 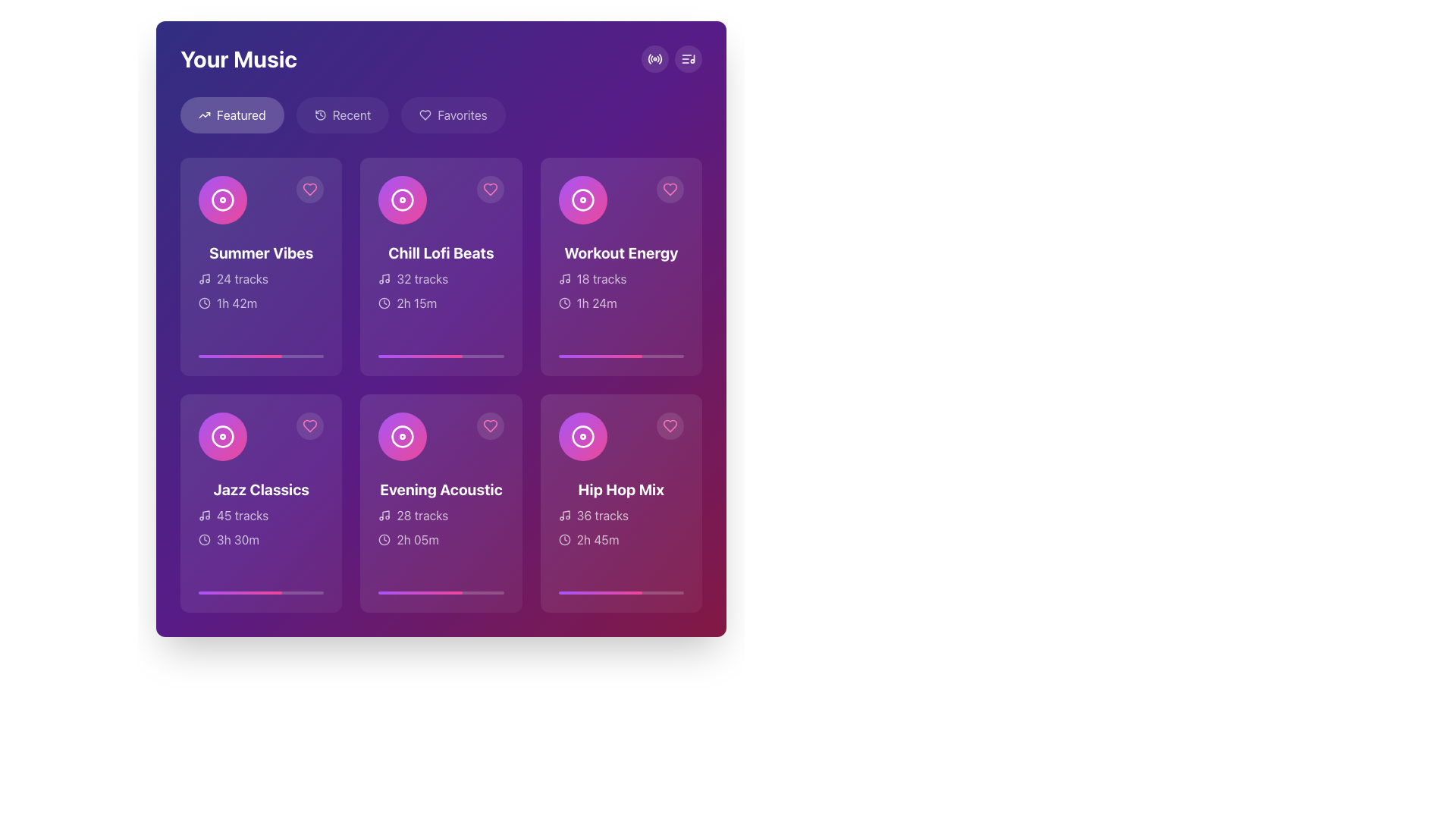 What do you see at coordinates (203, 539) in the screenshot?
I see `the Circle (SVG) element that represents a clock-like icon in the bottom left corner of the 'Jazz Classics' item` at bounding box center [203, 539].